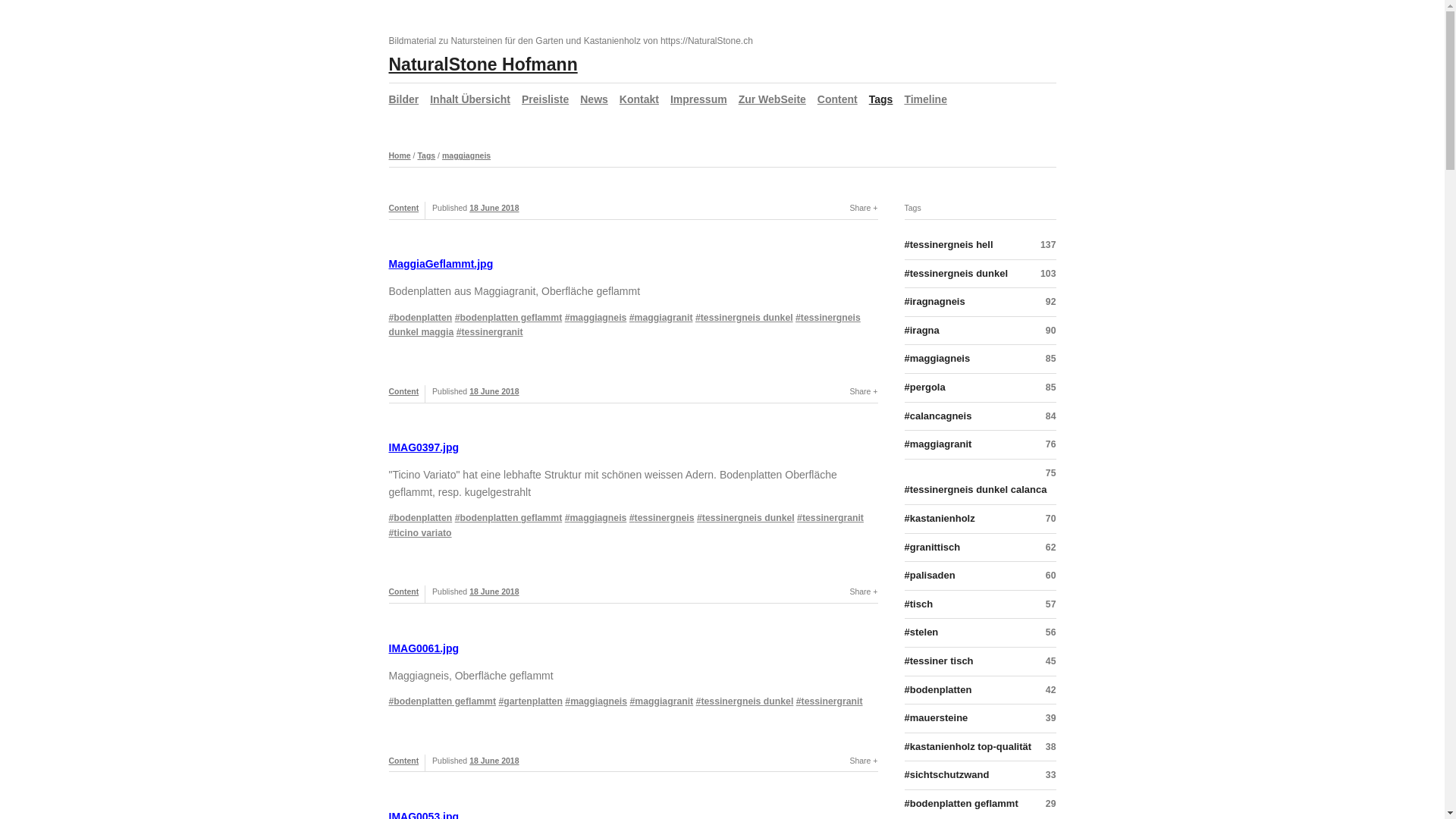  I want to click on 'maggiagranit', so click(661, 317).